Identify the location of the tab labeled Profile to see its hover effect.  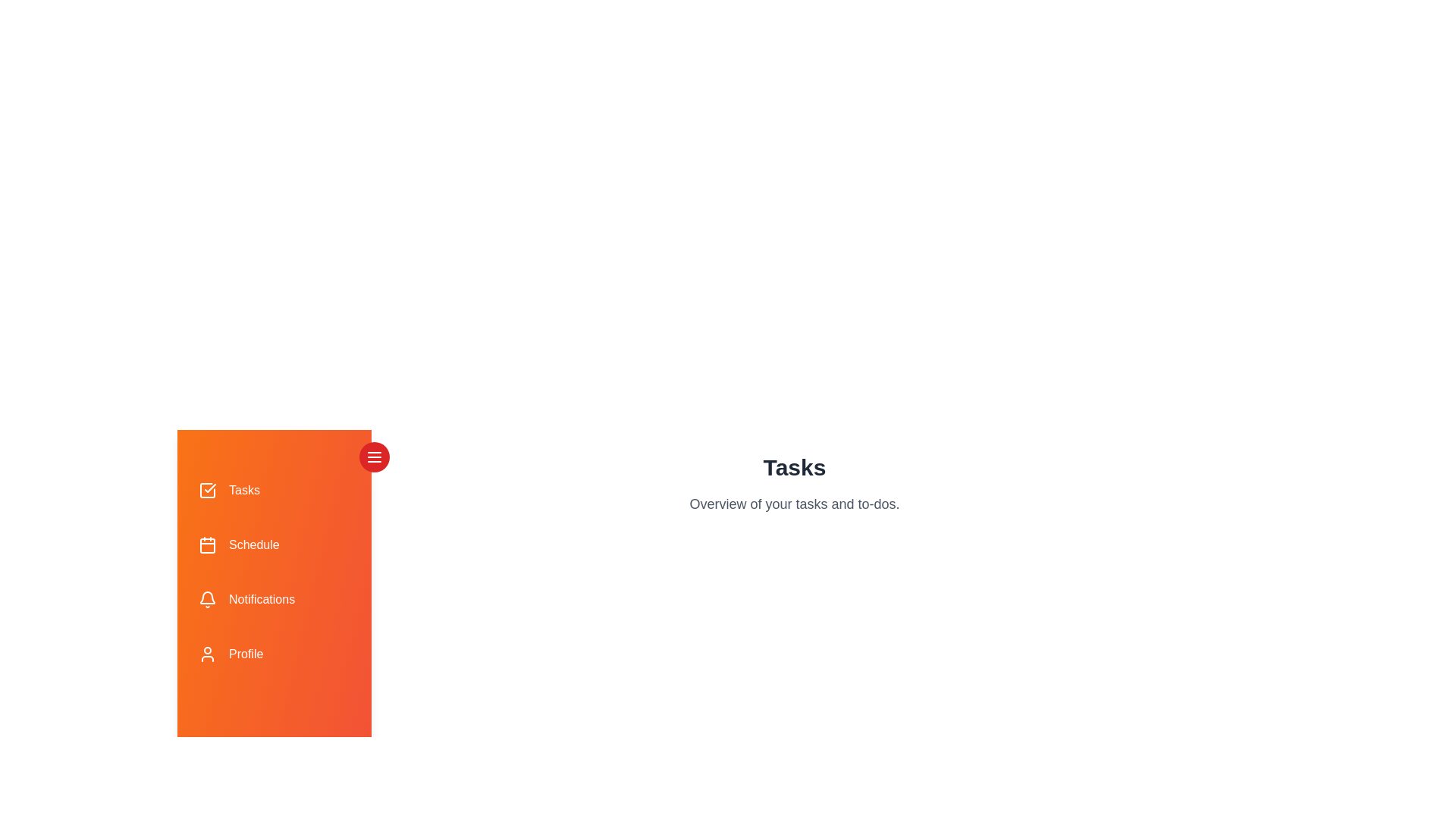
(274, 654).